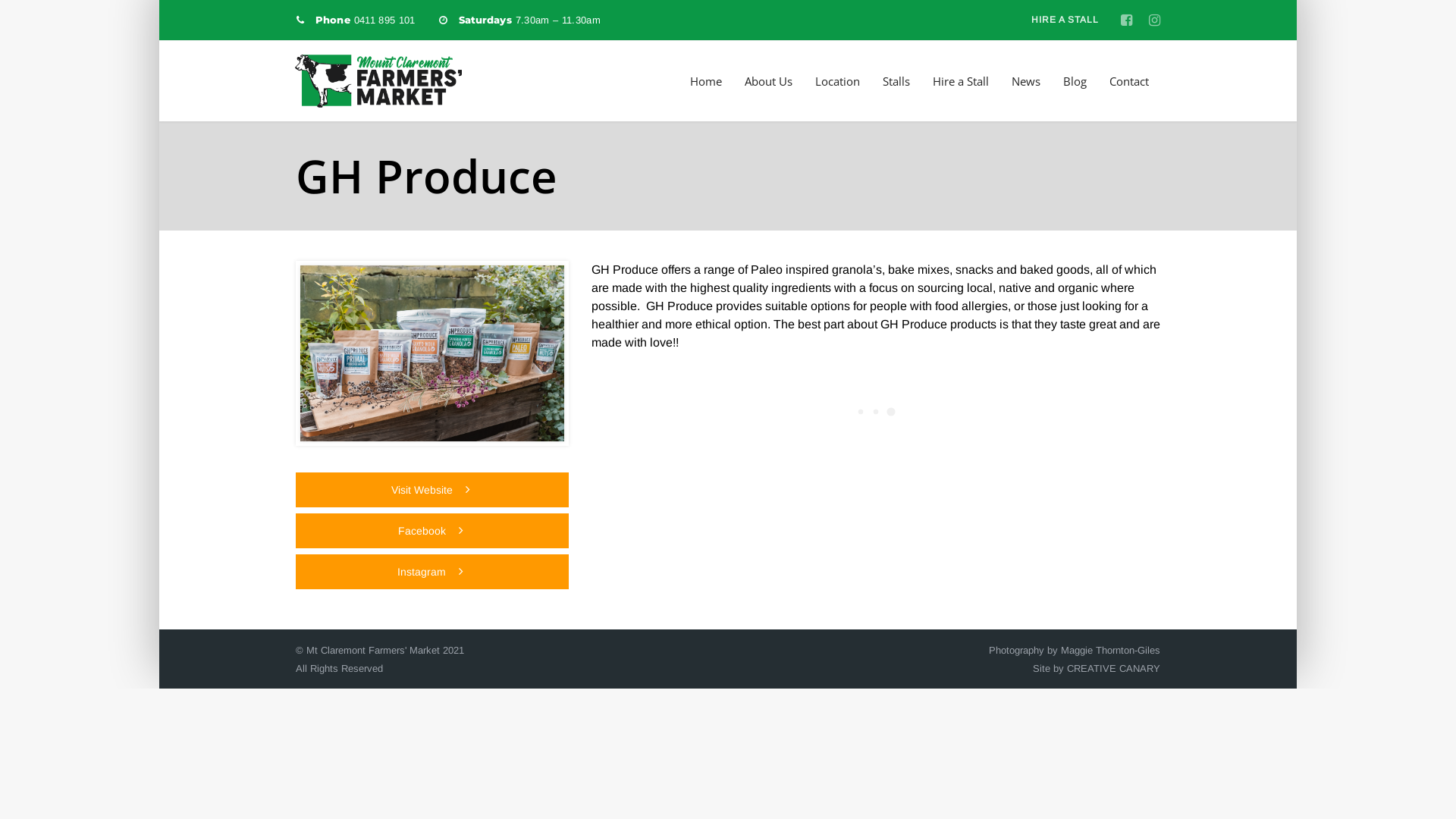  What do you see at coordinates (431, 529) in the screenshot?
I see `'Facebook'` at bounding box center [431, 529].